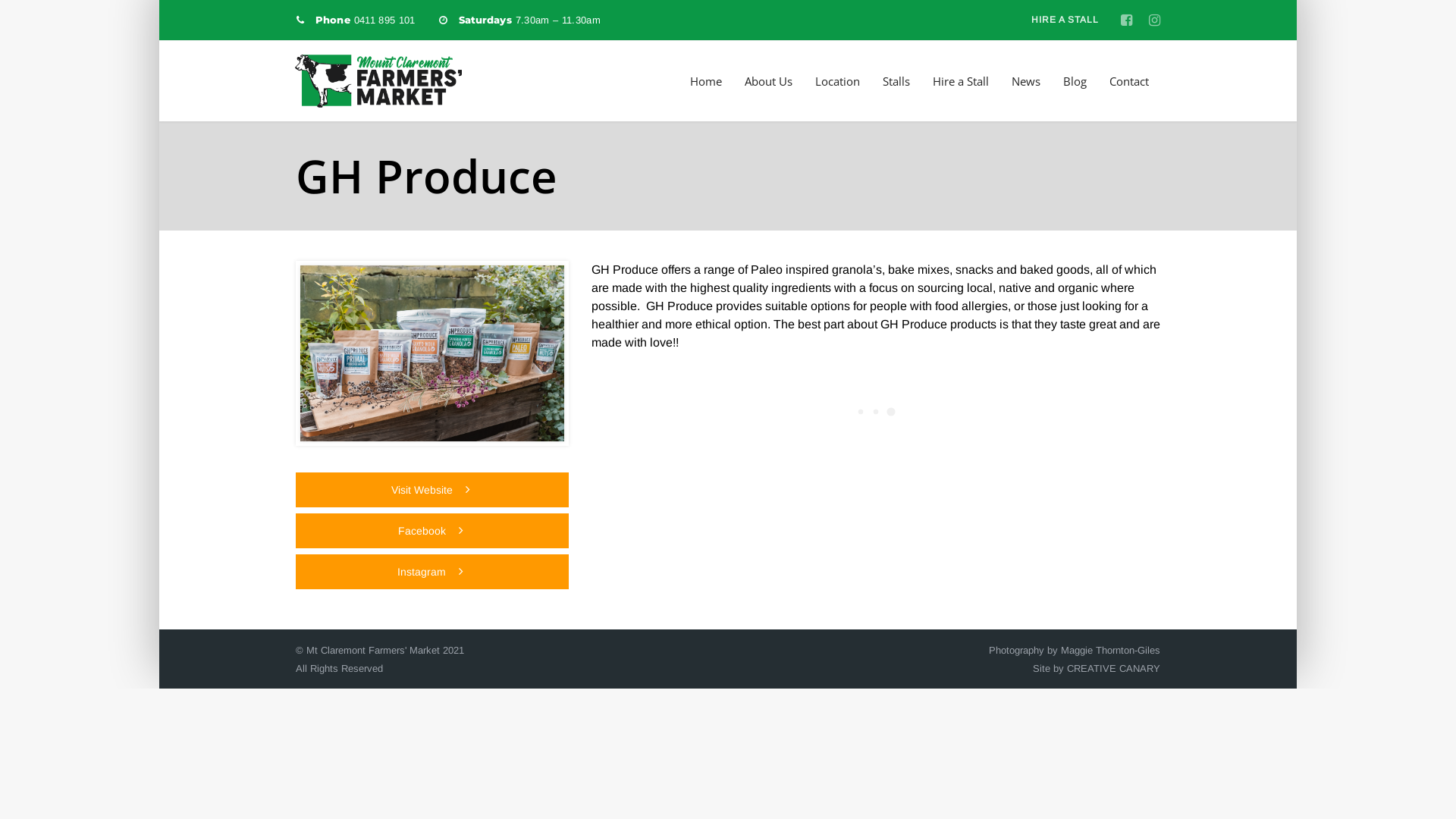  What do you see at coordinates (431, 529) in the screenshot?
I see `'Facebook'` at bounding box center [431, 529].